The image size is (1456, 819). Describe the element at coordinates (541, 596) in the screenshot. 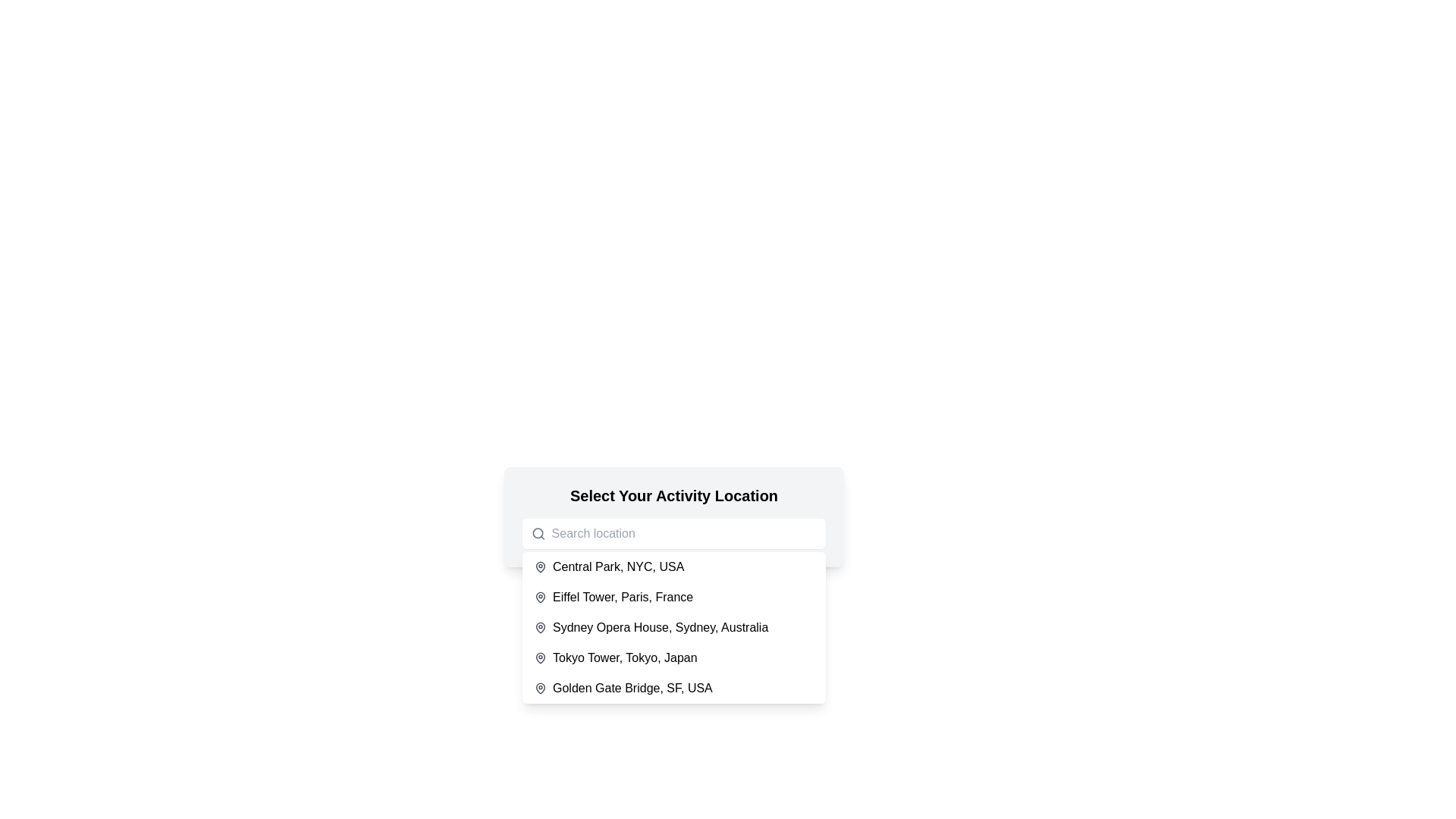

I see `the map pin icon located to the left of the text 'Eiffel Tower, Paris, France'` at that location.